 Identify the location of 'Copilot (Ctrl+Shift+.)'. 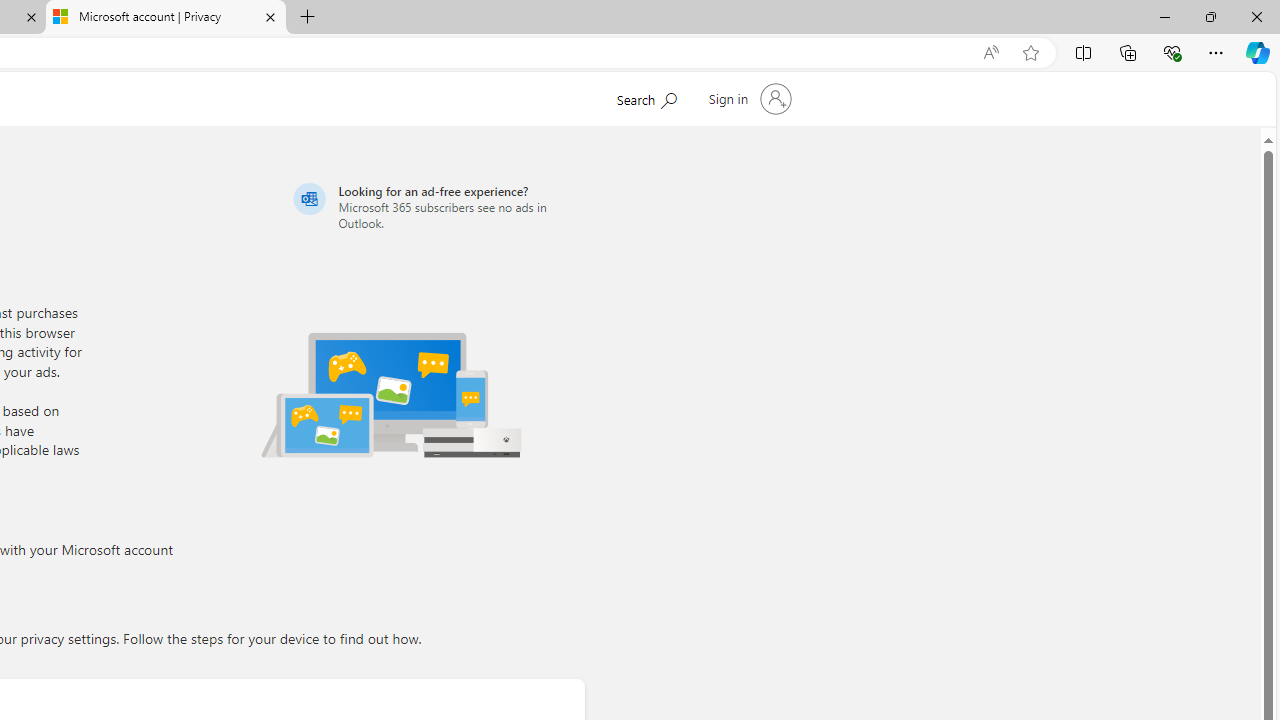
(1257, 51).